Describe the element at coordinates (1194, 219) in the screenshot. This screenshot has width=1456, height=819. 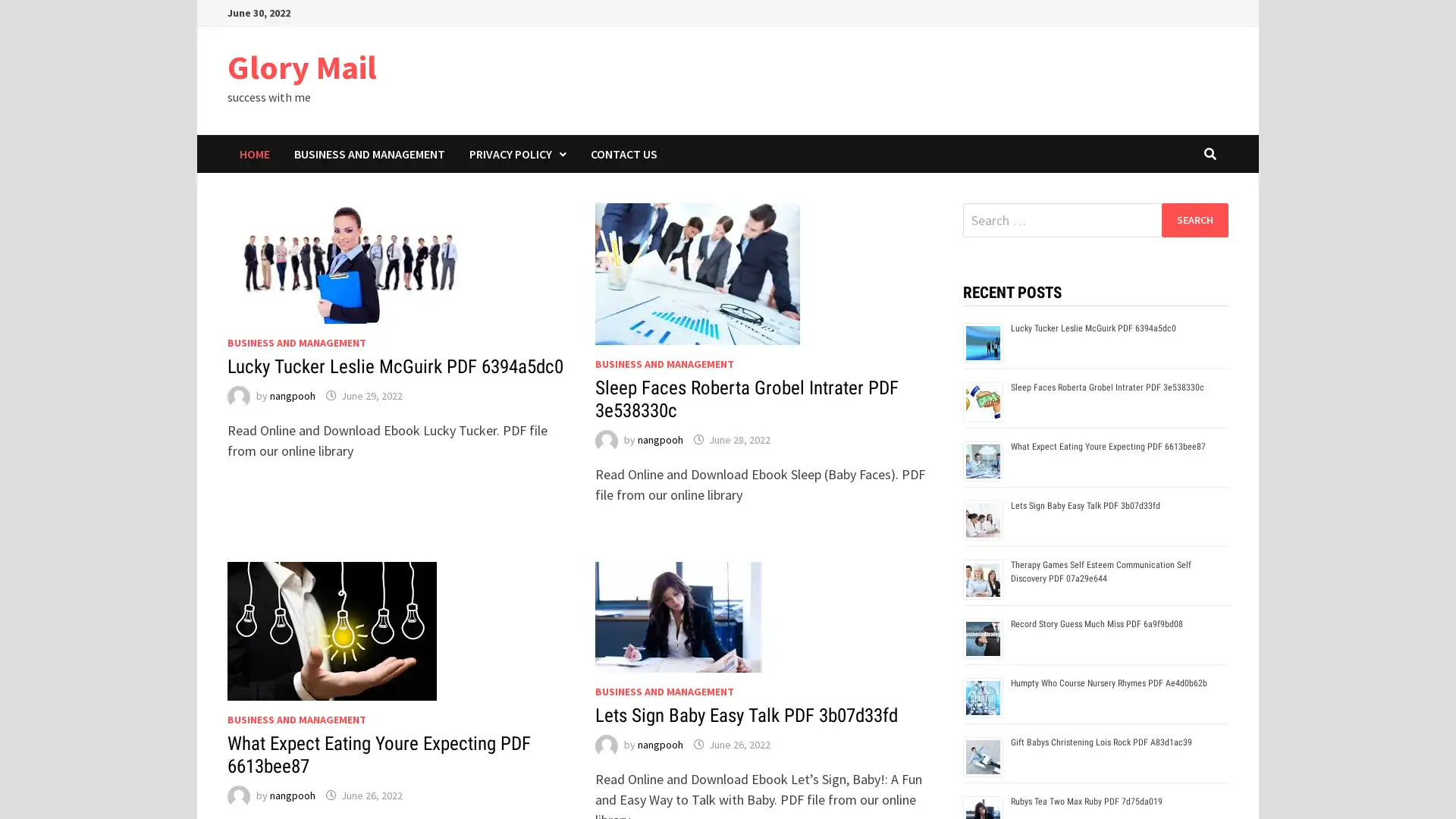
I see `Search` at that location.